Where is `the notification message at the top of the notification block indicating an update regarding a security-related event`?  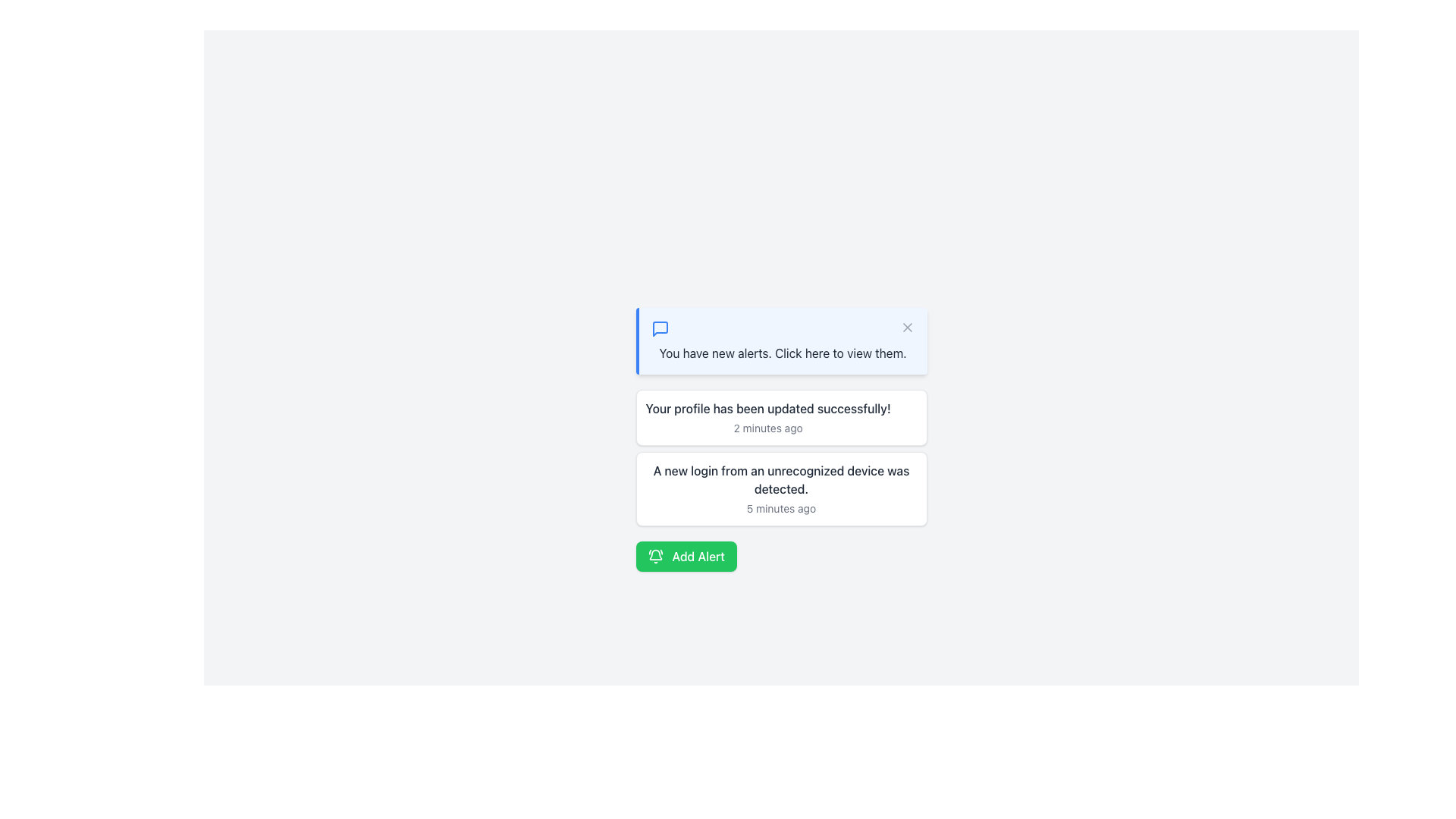
the notification message at the top of the notification block indicating an update regarding a security-related event is located at coordinates (781, 479).